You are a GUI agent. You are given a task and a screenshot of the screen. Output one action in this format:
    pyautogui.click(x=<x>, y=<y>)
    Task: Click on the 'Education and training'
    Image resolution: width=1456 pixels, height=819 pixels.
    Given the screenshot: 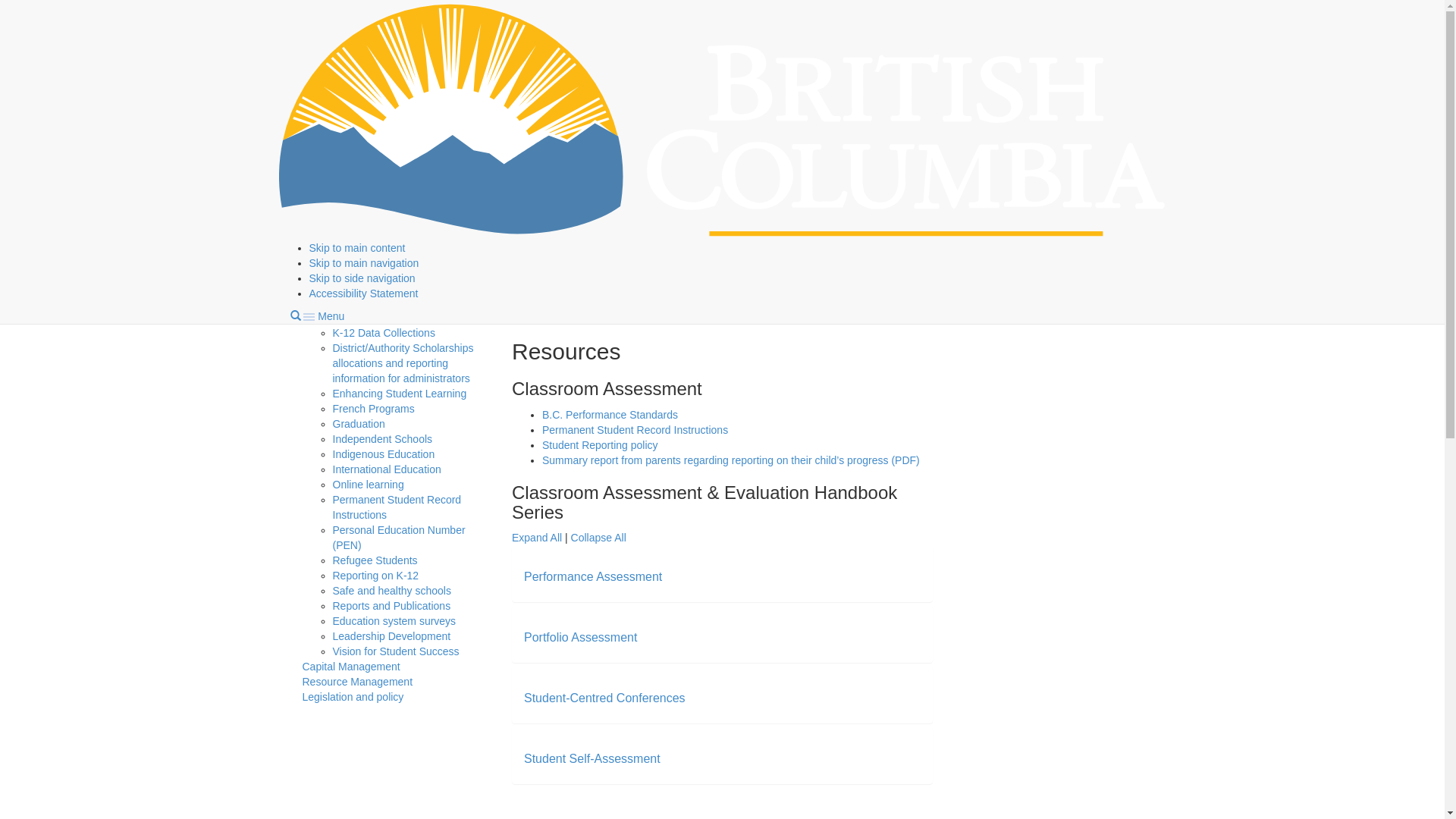 What is the action you would take?
    pyautogui.click(x=399, y=14)
    